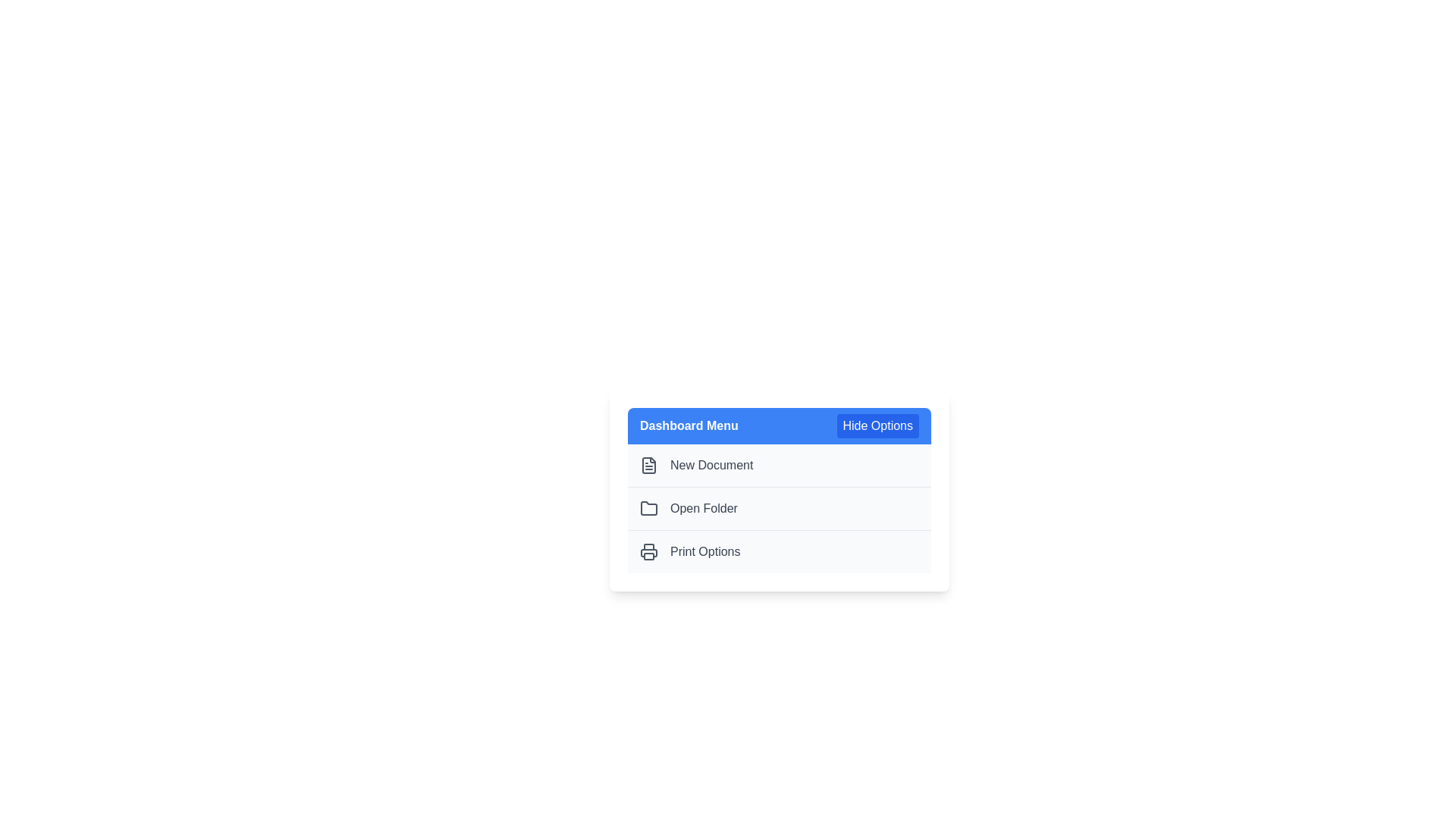 The height and width of the screenshot is (819, 1456). I want to click on the printer icon representing the bottom section where paper might emerge, located in the 'Print Options' menu, so click(648, 553).